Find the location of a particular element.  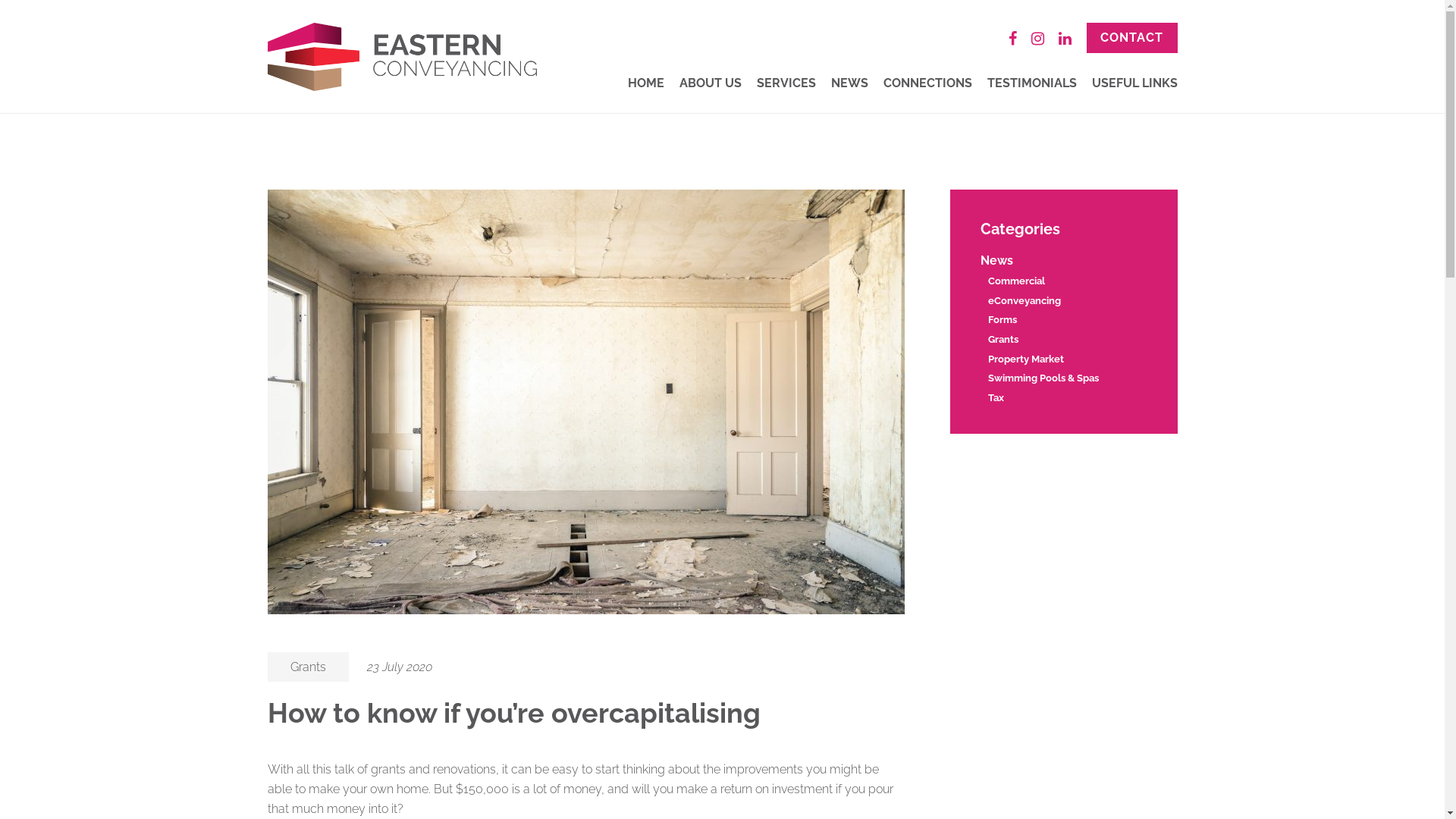

'Forms' is located at coordinates (1001, 318).